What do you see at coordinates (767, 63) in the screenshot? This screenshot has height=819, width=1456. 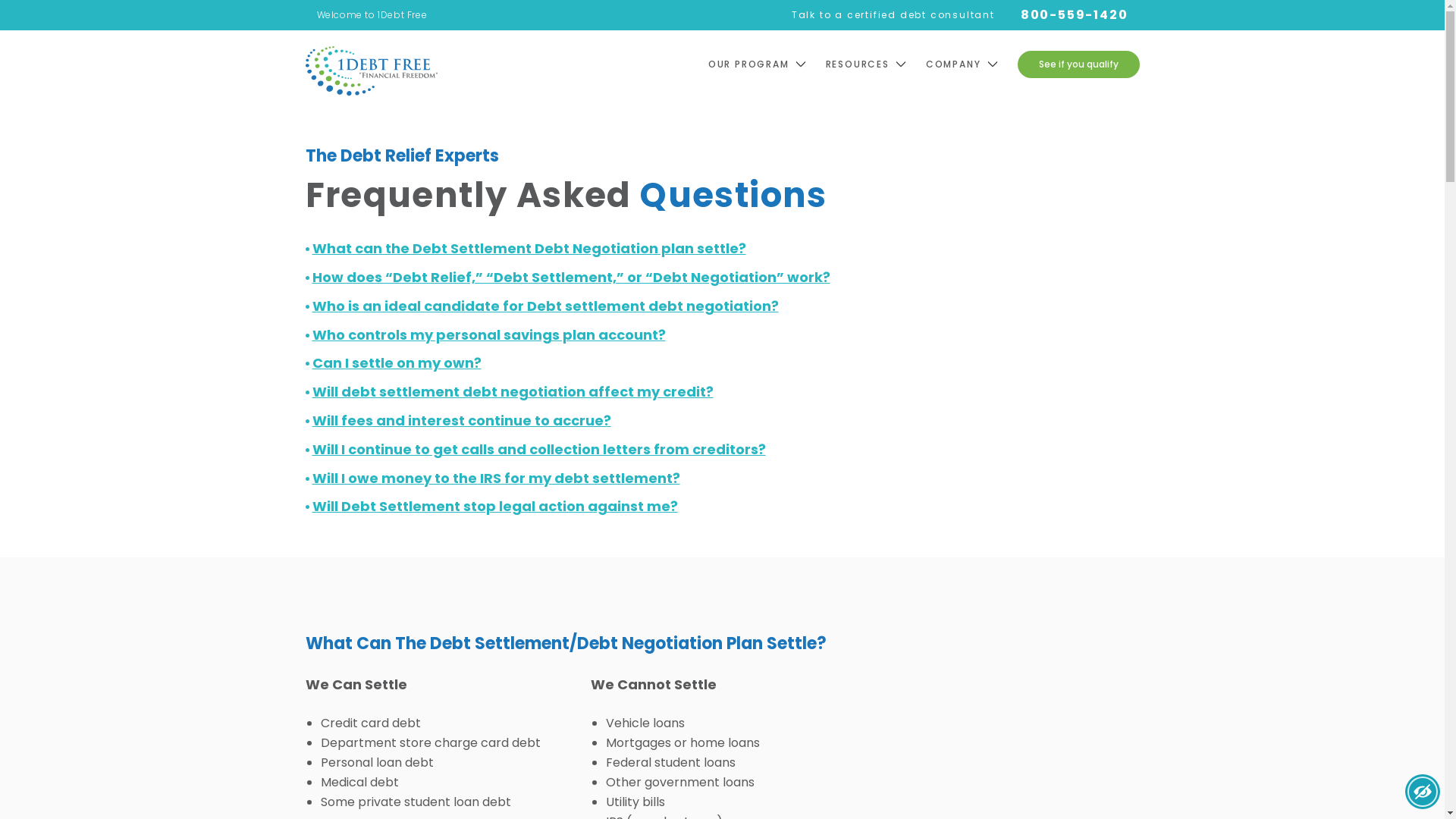 I see `'OUR PROGRAM'` at bounding box center [767, 63].